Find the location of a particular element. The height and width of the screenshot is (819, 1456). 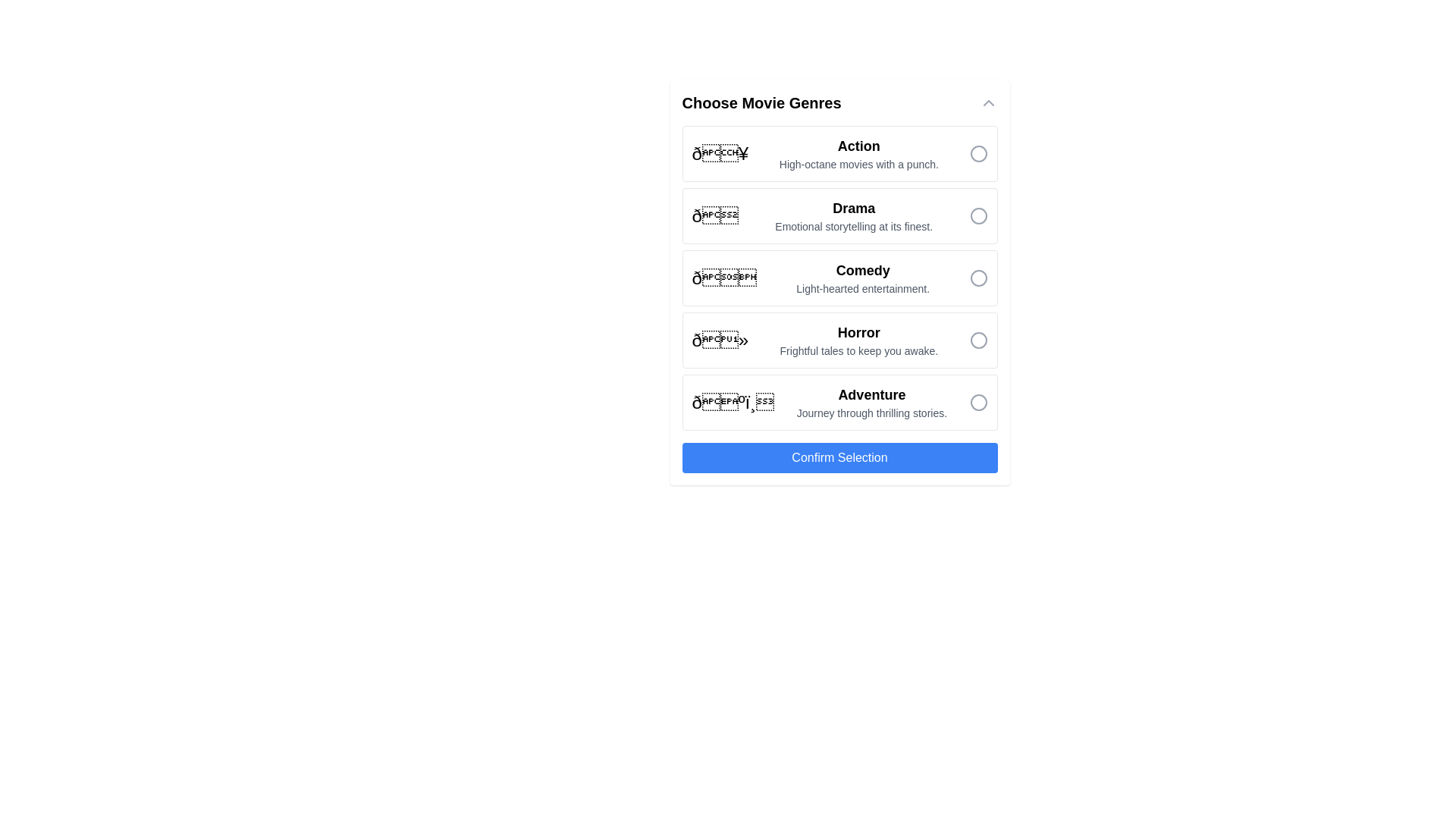

the non-interactive label representing the movie genre 'Comedy', which is located at the top of the third panel in the genre selection interface is located at coordinates (863, 270).